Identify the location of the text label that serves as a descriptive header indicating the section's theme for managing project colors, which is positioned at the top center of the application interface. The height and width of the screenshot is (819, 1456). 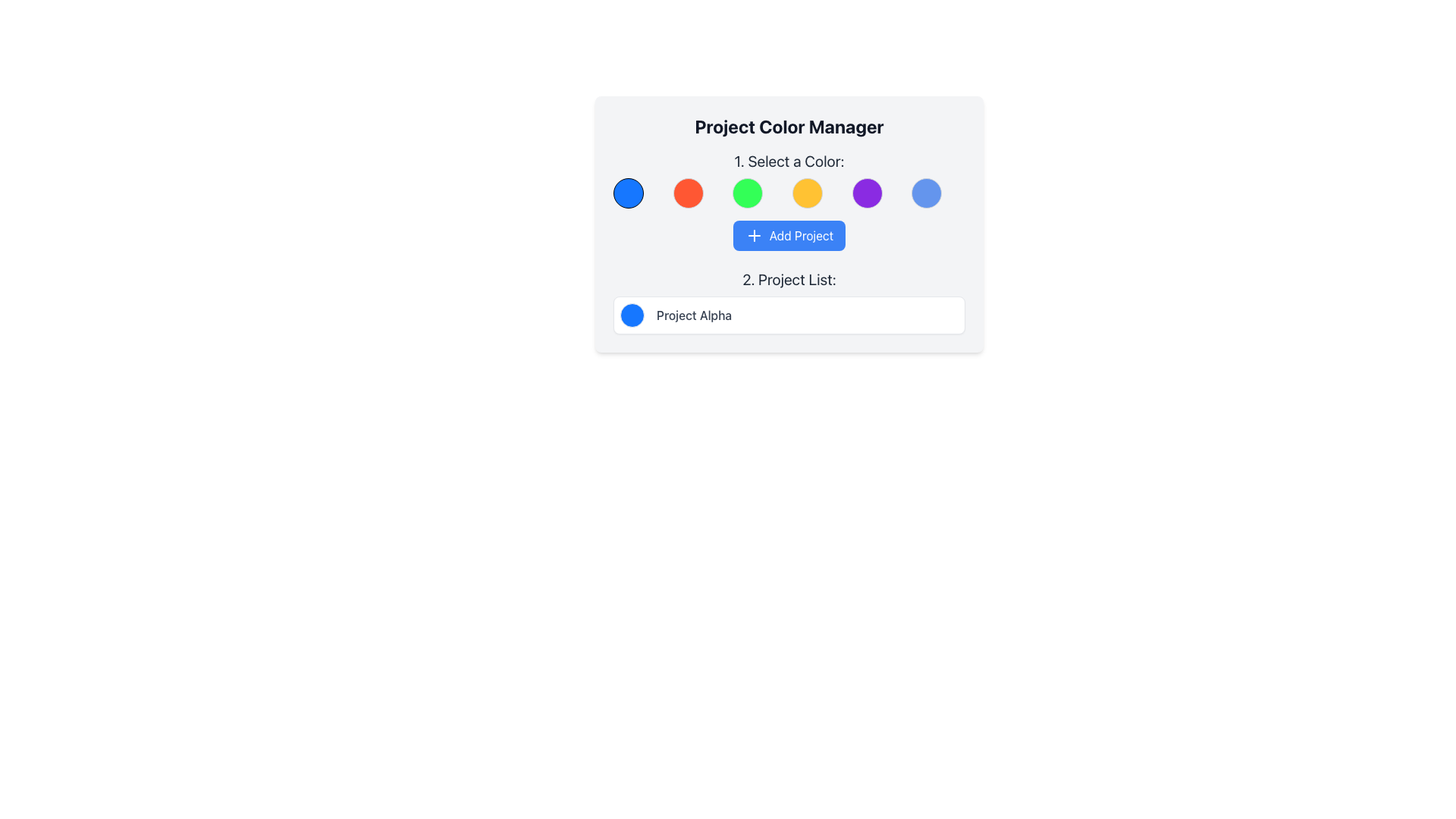
(789, 125).